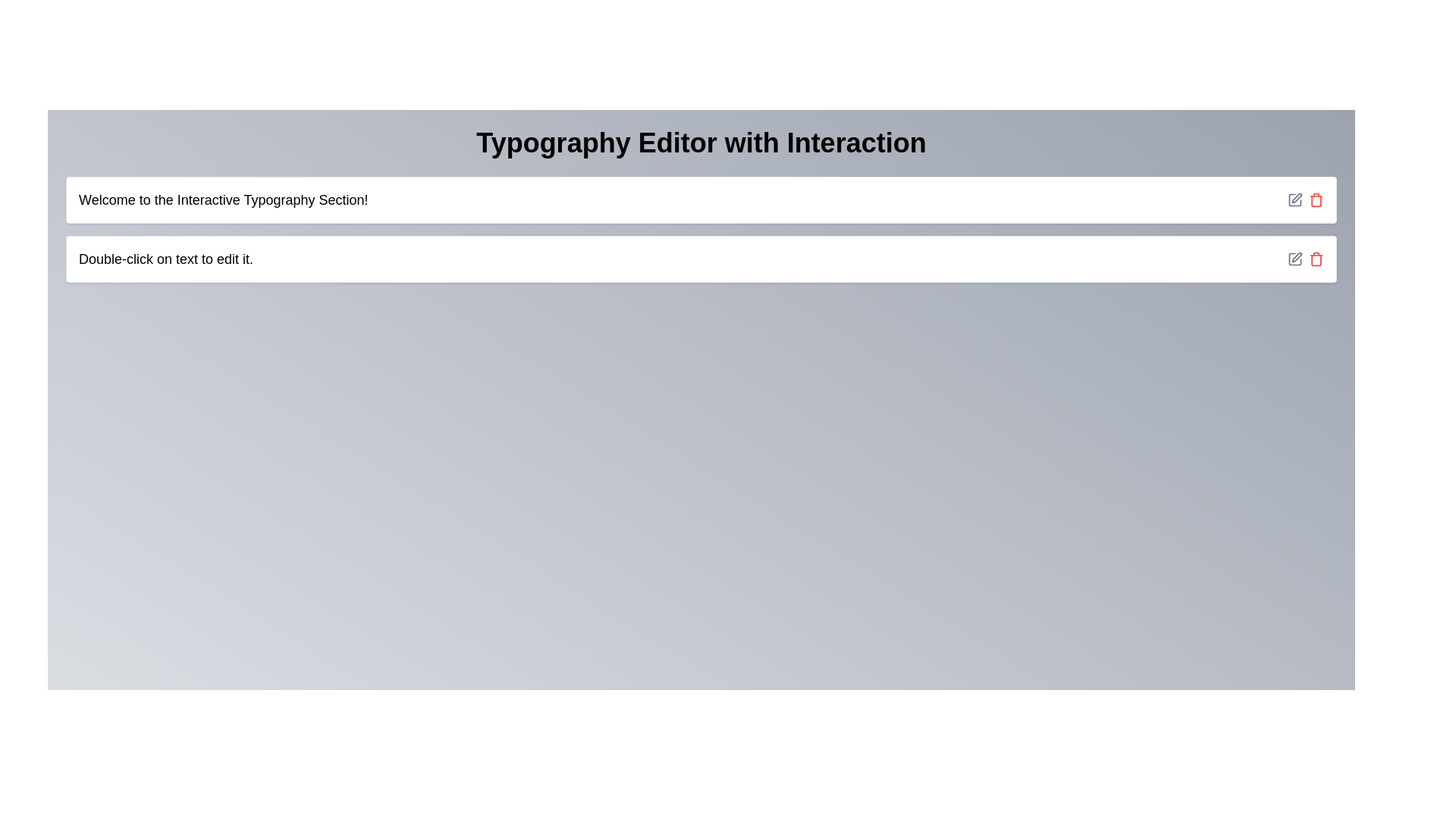 Image resolution: width=1456 pixels, height=819 pixels. I want to click on the icon button located in the top-right region of the first text box, so click(1296, 197).